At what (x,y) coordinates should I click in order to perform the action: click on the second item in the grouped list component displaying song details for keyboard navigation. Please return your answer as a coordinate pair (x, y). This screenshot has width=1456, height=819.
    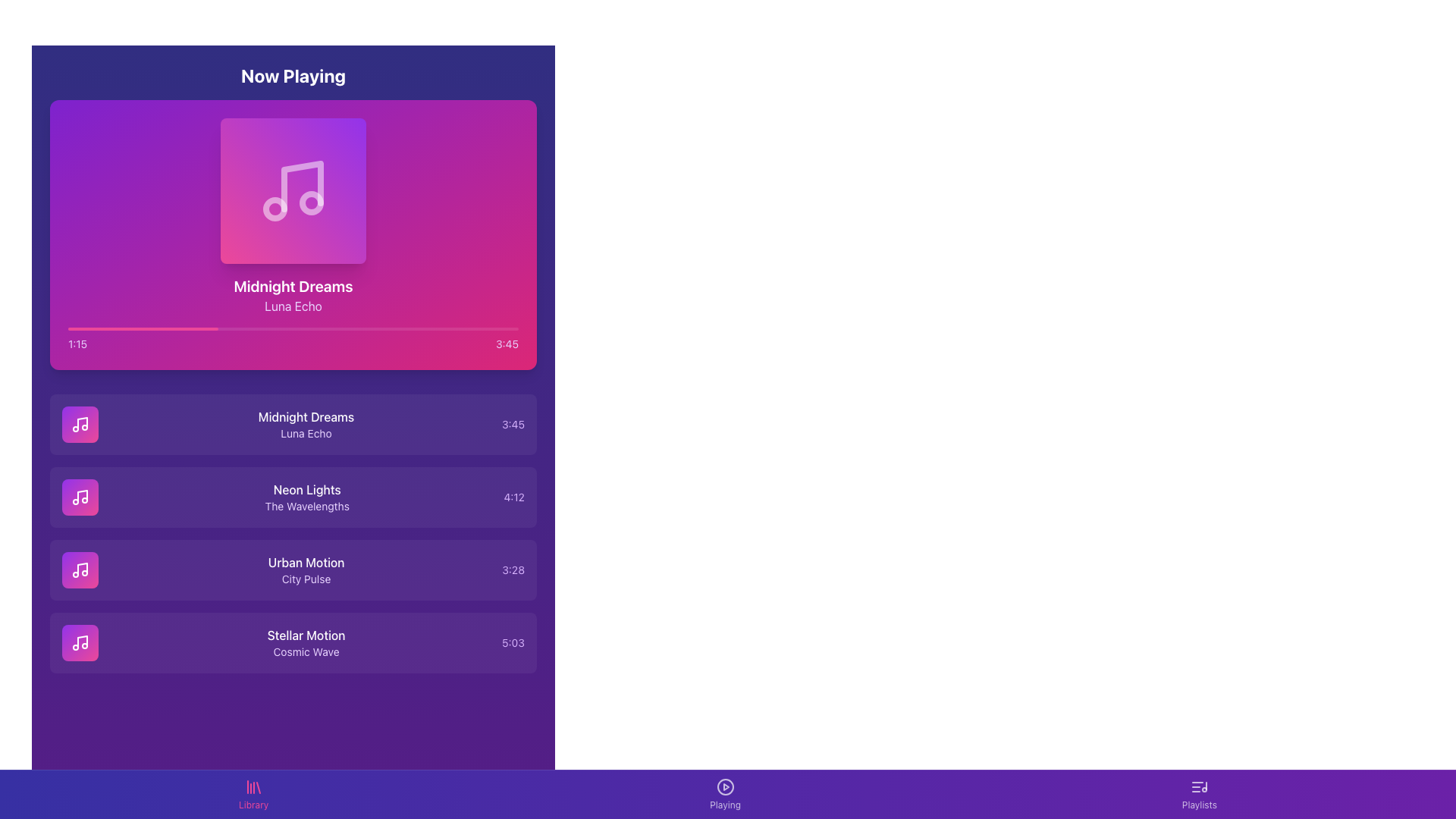
    Looking at the image, I should click on (293, 533).